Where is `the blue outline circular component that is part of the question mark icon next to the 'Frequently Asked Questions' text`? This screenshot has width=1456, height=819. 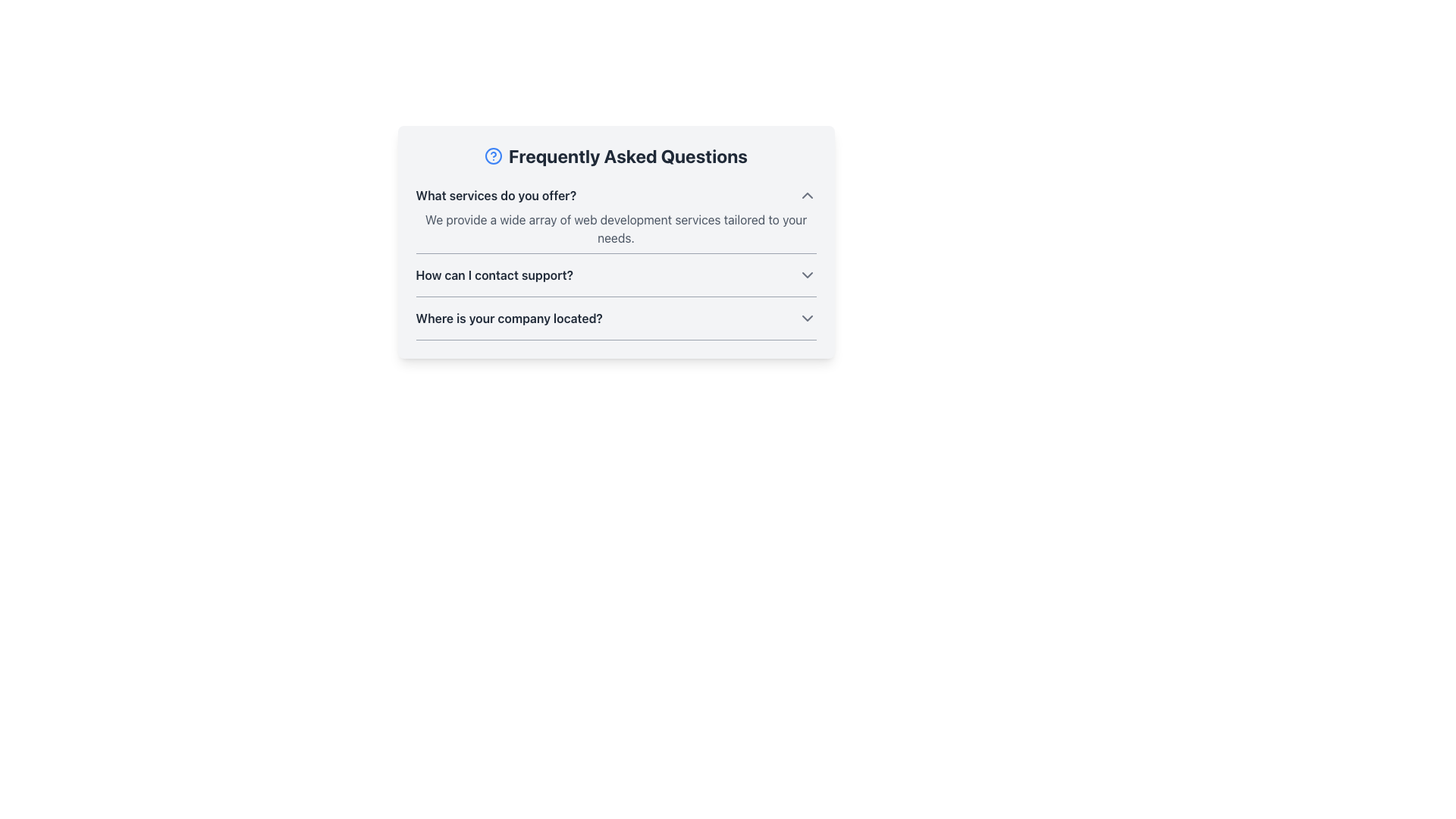
the blue outline circular component that is part of the question mark icon next to the 'Frequently Asked Questions' text is located at coordinates (494, 155).